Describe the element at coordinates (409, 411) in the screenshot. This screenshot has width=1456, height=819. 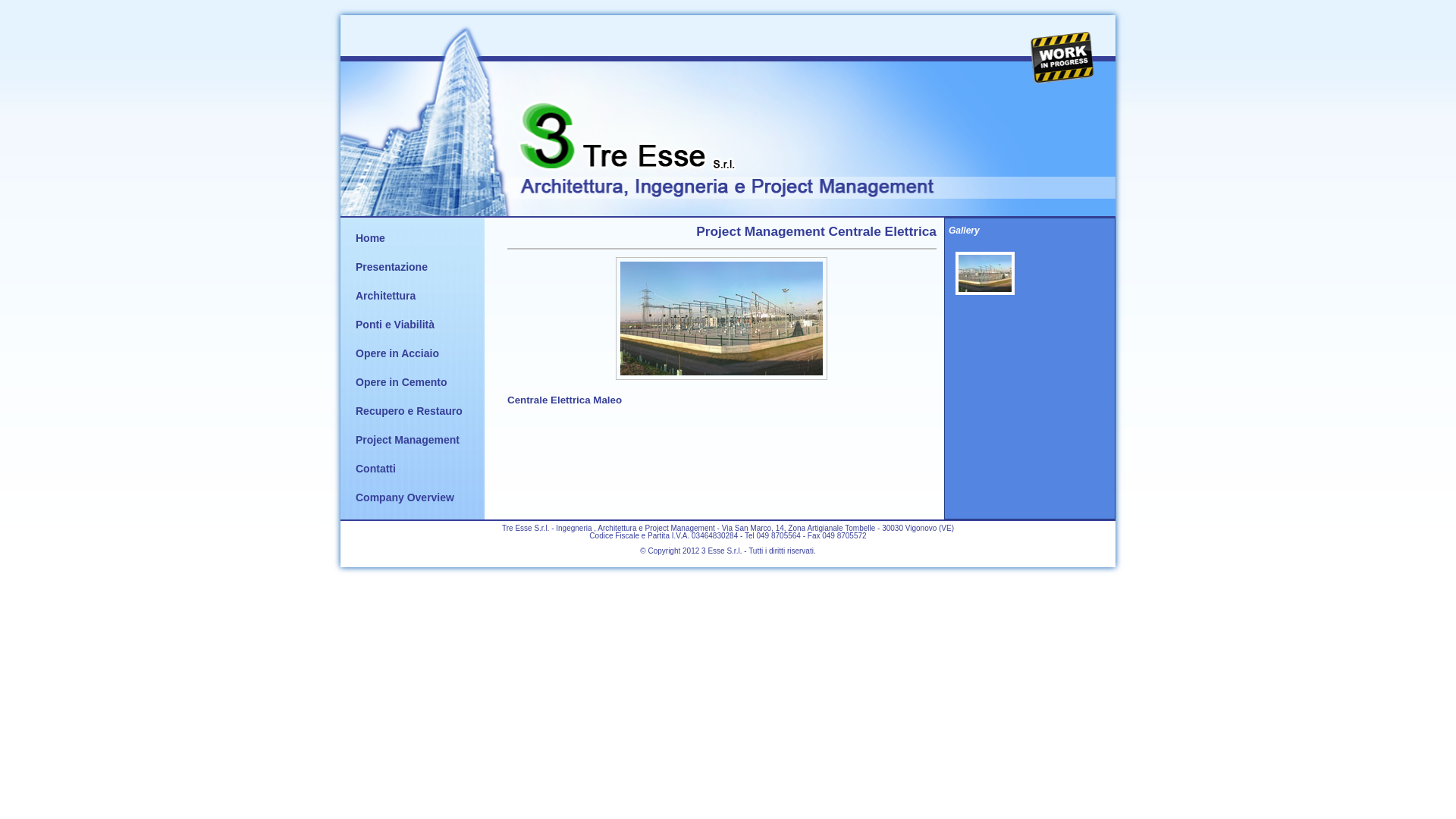
I see `'Recupero e Restauro'` at that location.